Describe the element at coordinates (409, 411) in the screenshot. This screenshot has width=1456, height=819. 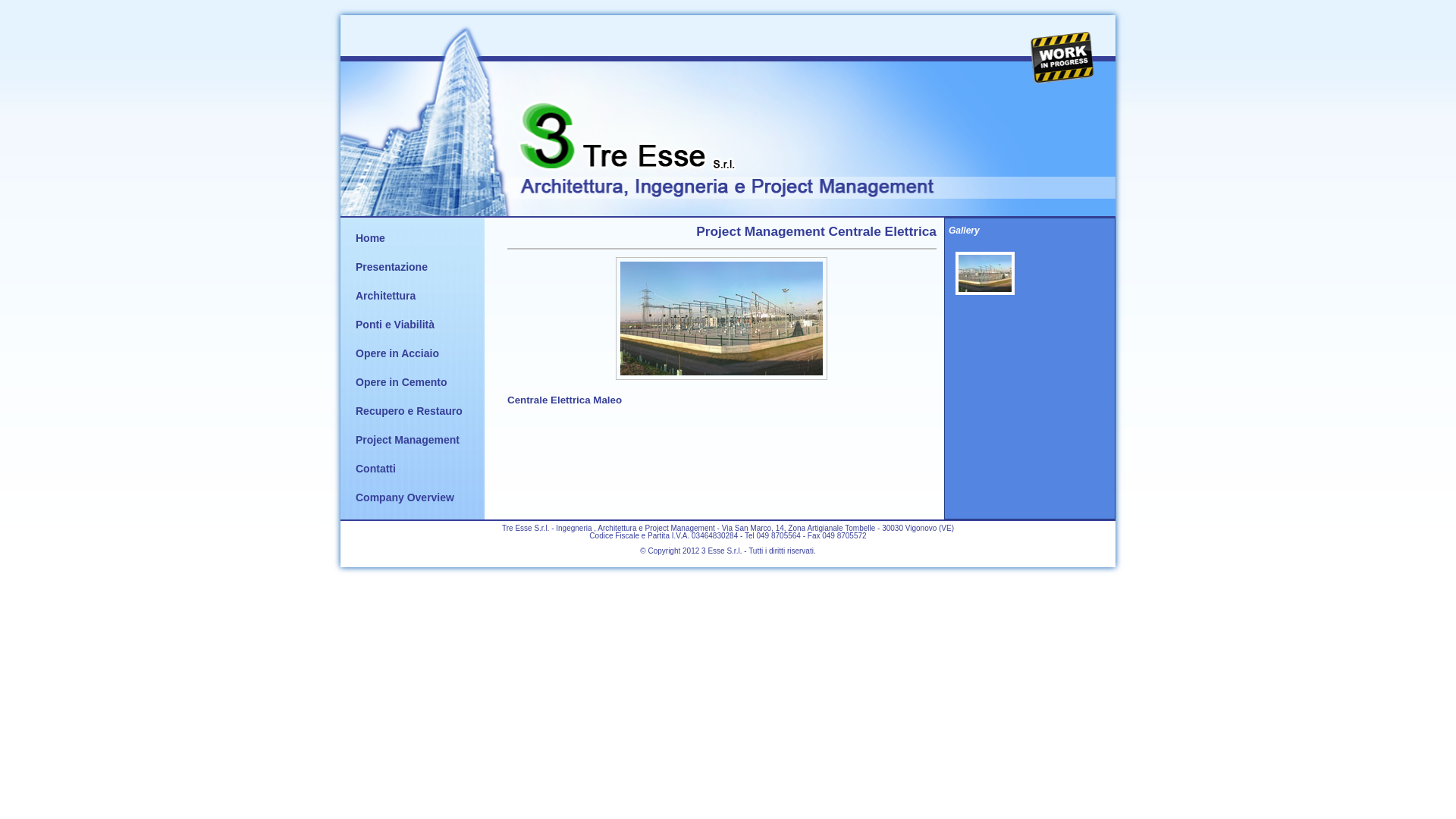
I see `'Recupero e Restauro'` at that location.